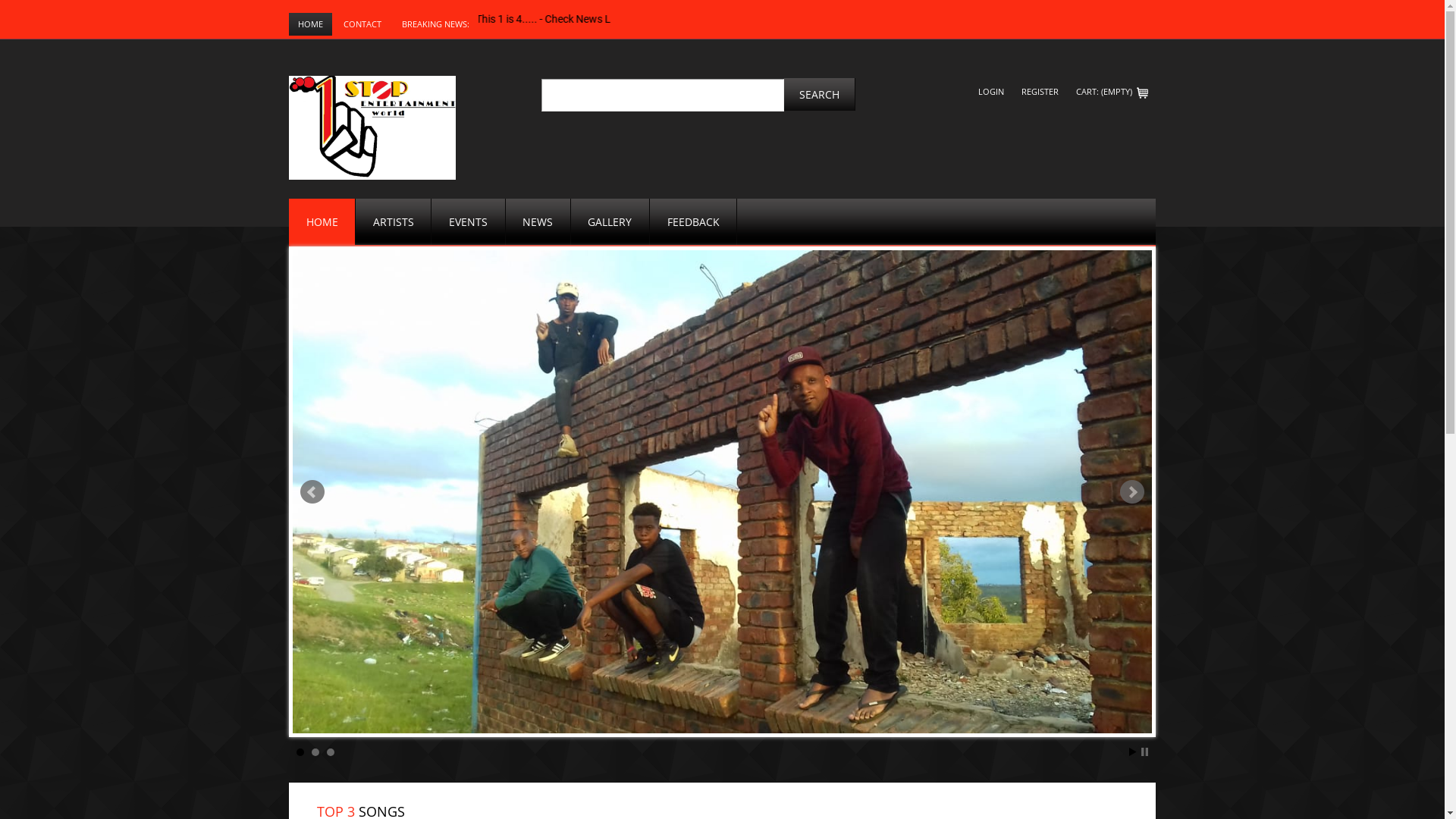 This screenshot has height=819, width=1456. Describe the element at coordinates (1142, 93) in the screenshot. I see `'cart'` at that location.